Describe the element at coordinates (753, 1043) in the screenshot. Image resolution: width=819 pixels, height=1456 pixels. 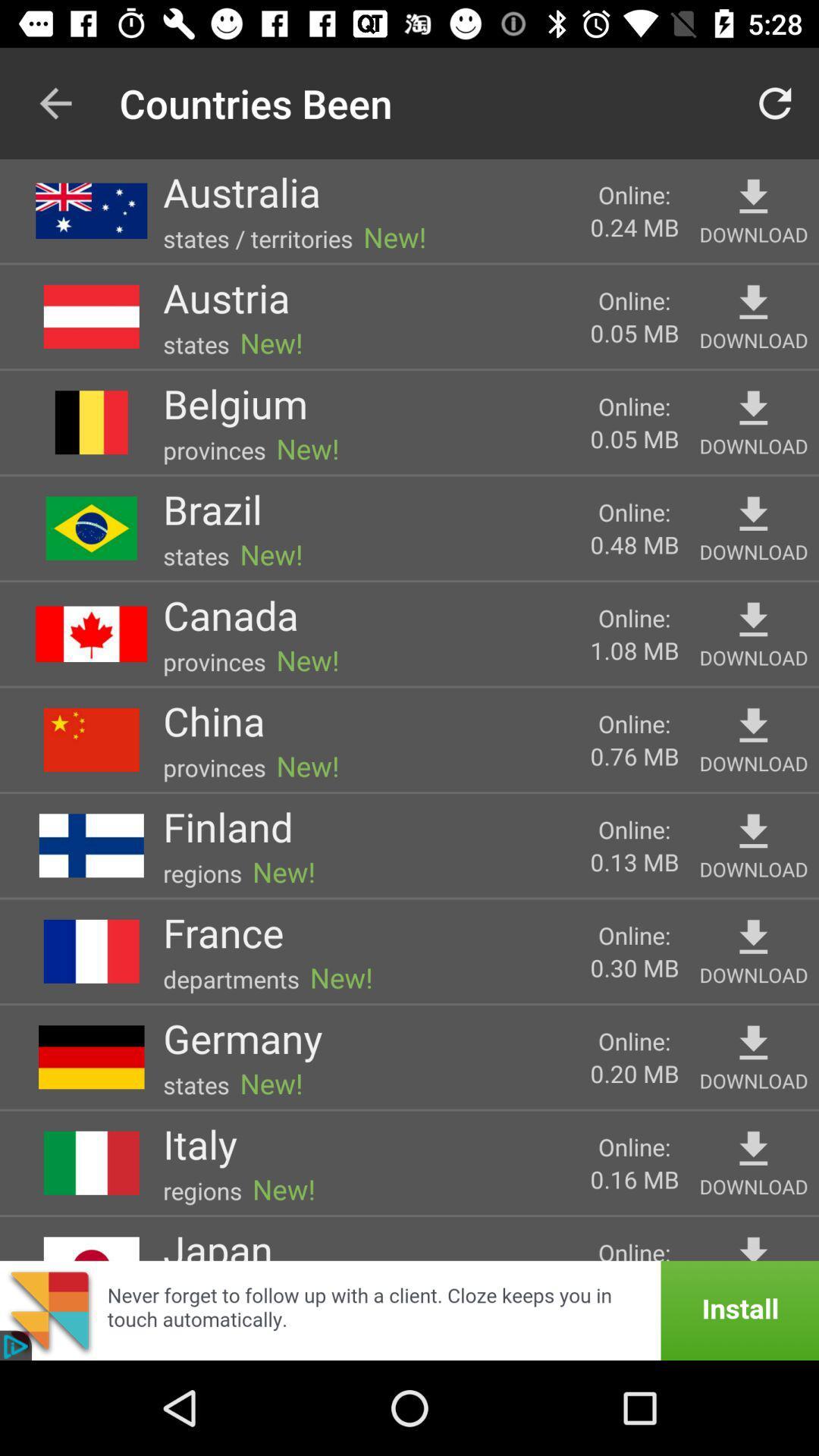
I see `download button` at that location.